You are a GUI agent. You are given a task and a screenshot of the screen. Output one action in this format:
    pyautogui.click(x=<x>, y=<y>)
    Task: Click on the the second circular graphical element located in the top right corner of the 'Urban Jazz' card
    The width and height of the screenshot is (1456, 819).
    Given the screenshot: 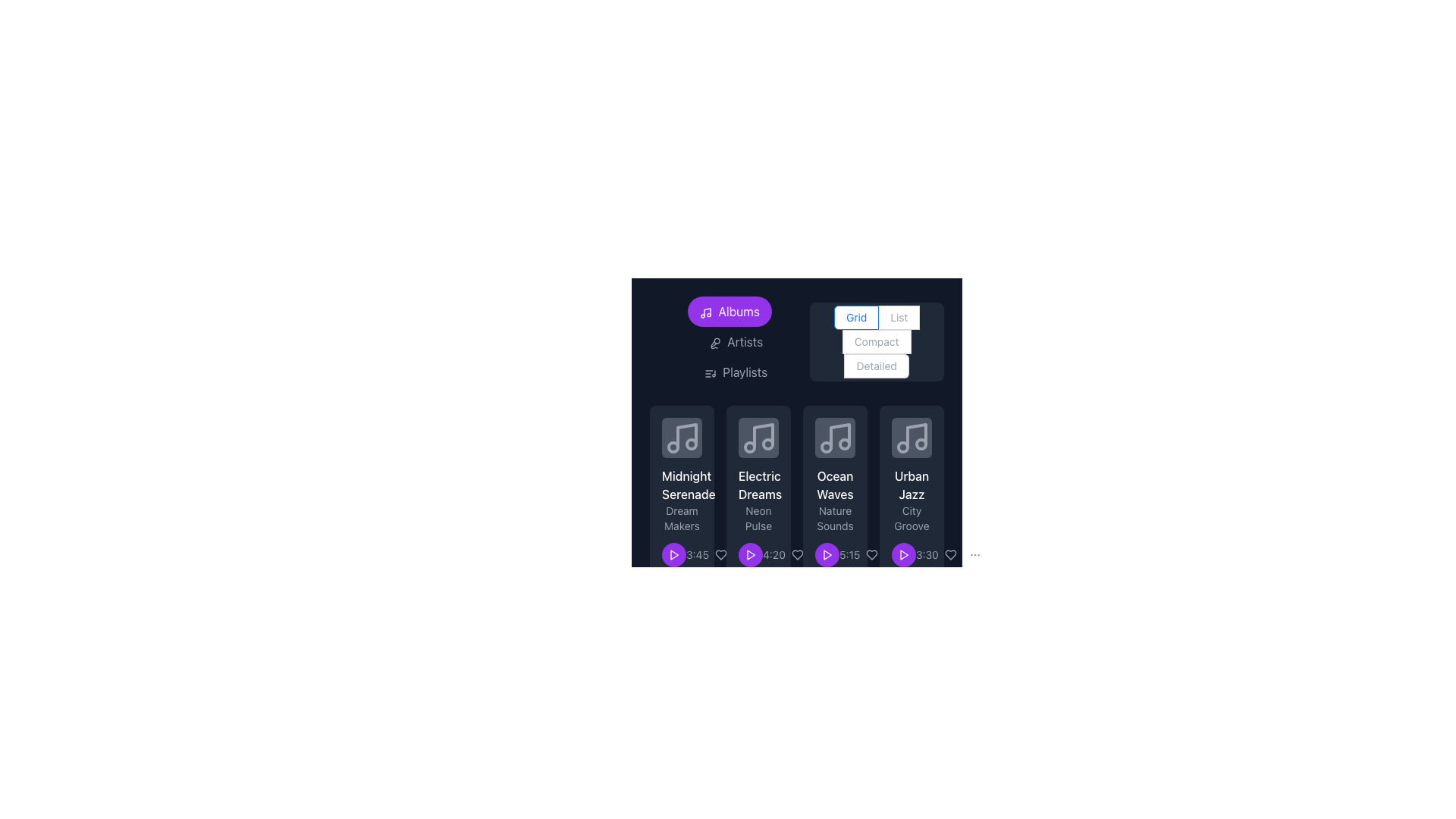 What is the action you would take?
    pyautogui.click(x=902, y=446)
    